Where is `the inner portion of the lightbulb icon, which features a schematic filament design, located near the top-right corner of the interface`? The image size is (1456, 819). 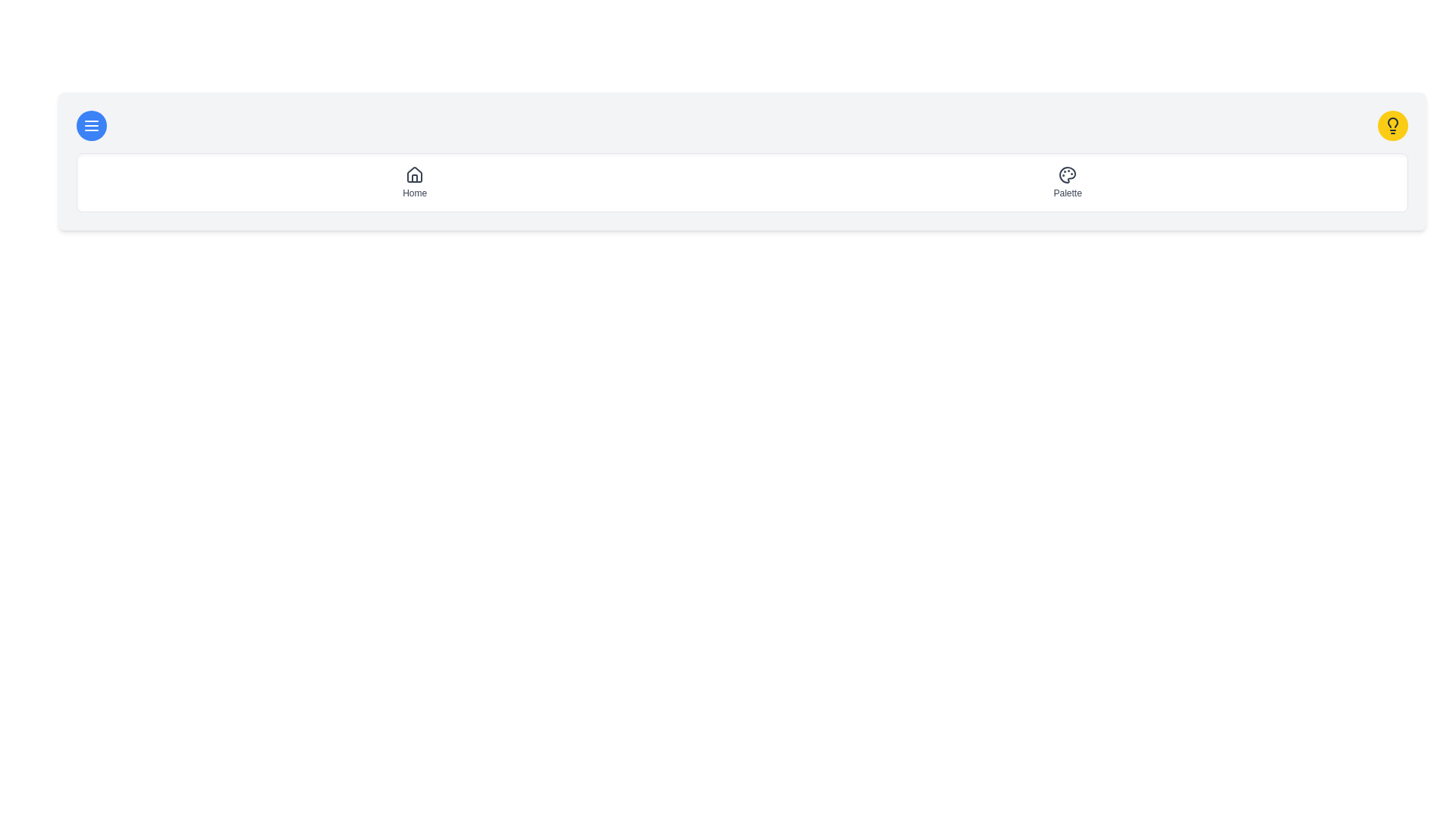 the inner portion of the lightbulb icon, which features a schematic filament design, located near the top-right corner of the interface is located at coordinates (1393, 122).